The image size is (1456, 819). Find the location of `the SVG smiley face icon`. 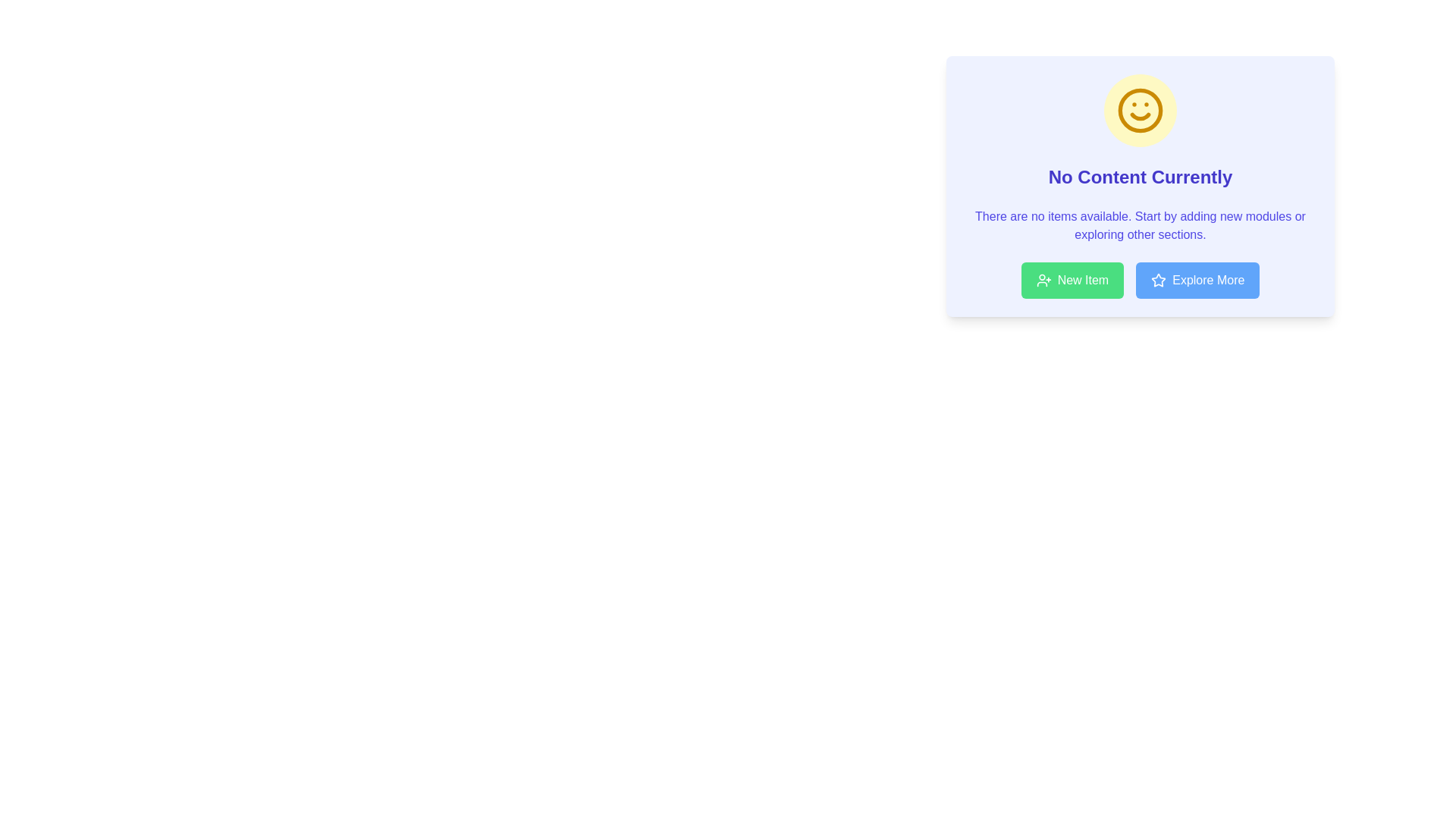

the SVG smiley face icon is located at coordinates (1140, 110).